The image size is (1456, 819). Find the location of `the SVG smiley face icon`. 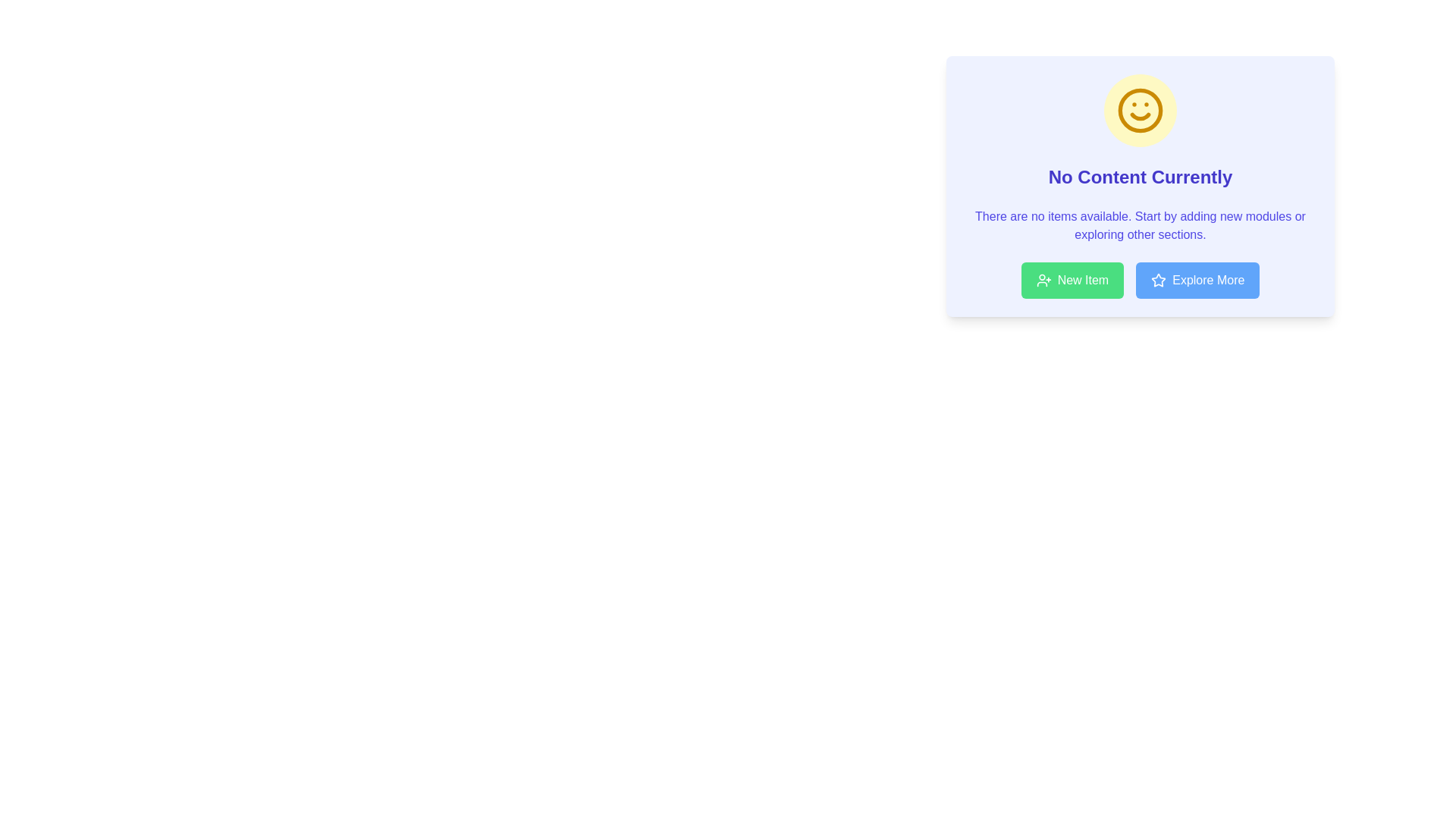

the SVG smiley face icon is located at coordinates (1140, 110).